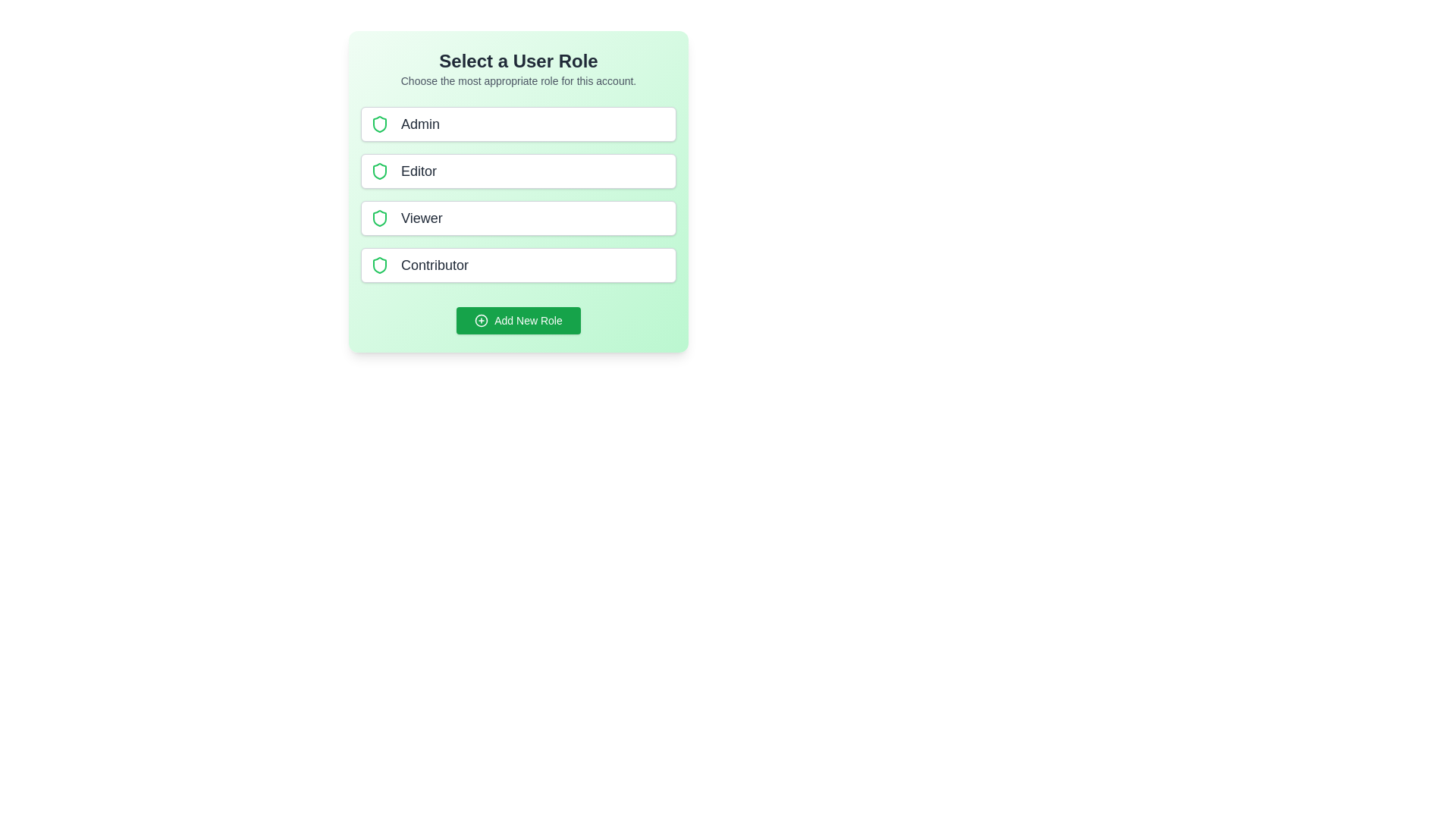  I want to click on the role Editor to select it, so click(519, 171).